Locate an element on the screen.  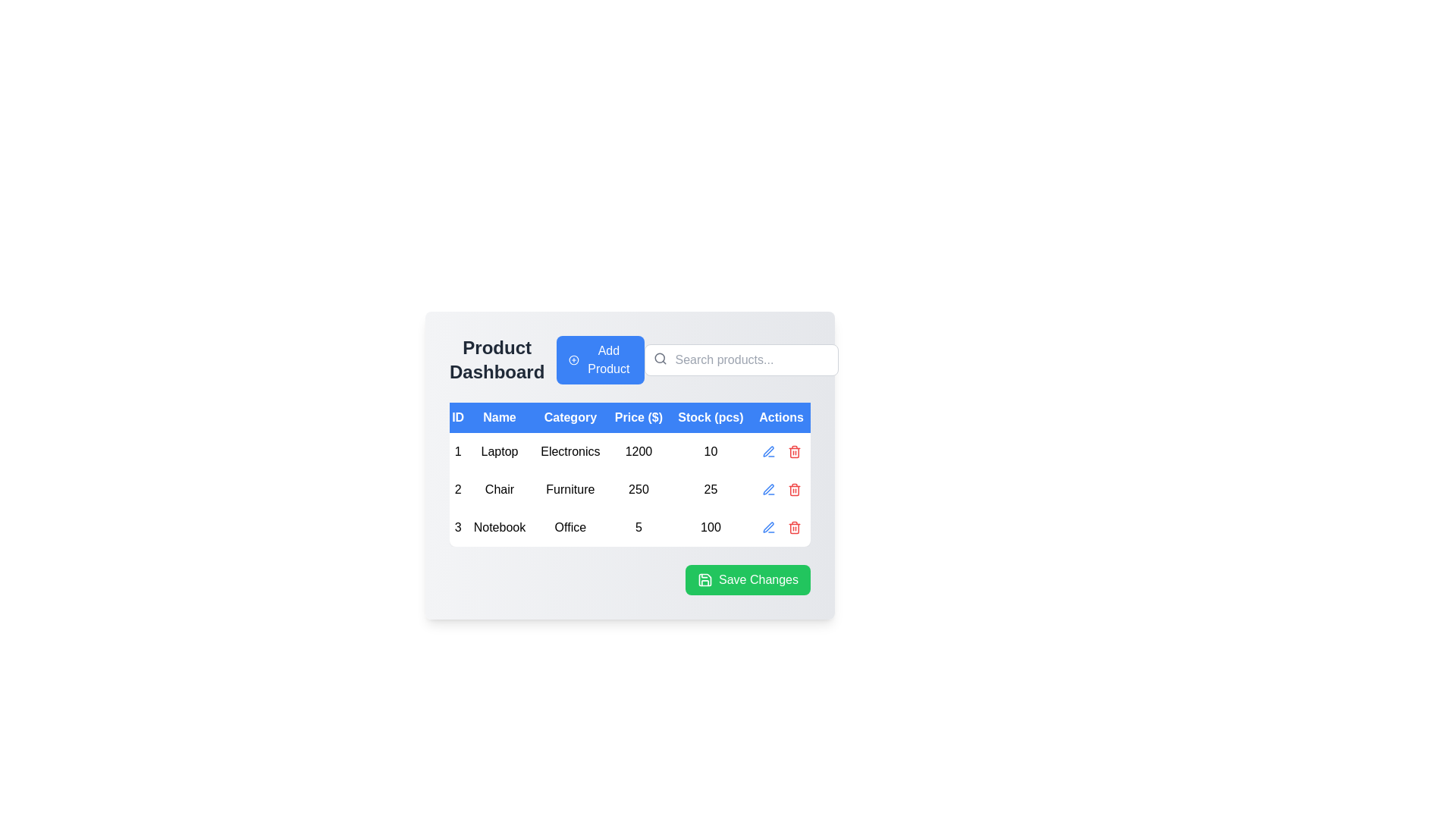
the 'Name' column header in the table is located at coordinates (499, 418).